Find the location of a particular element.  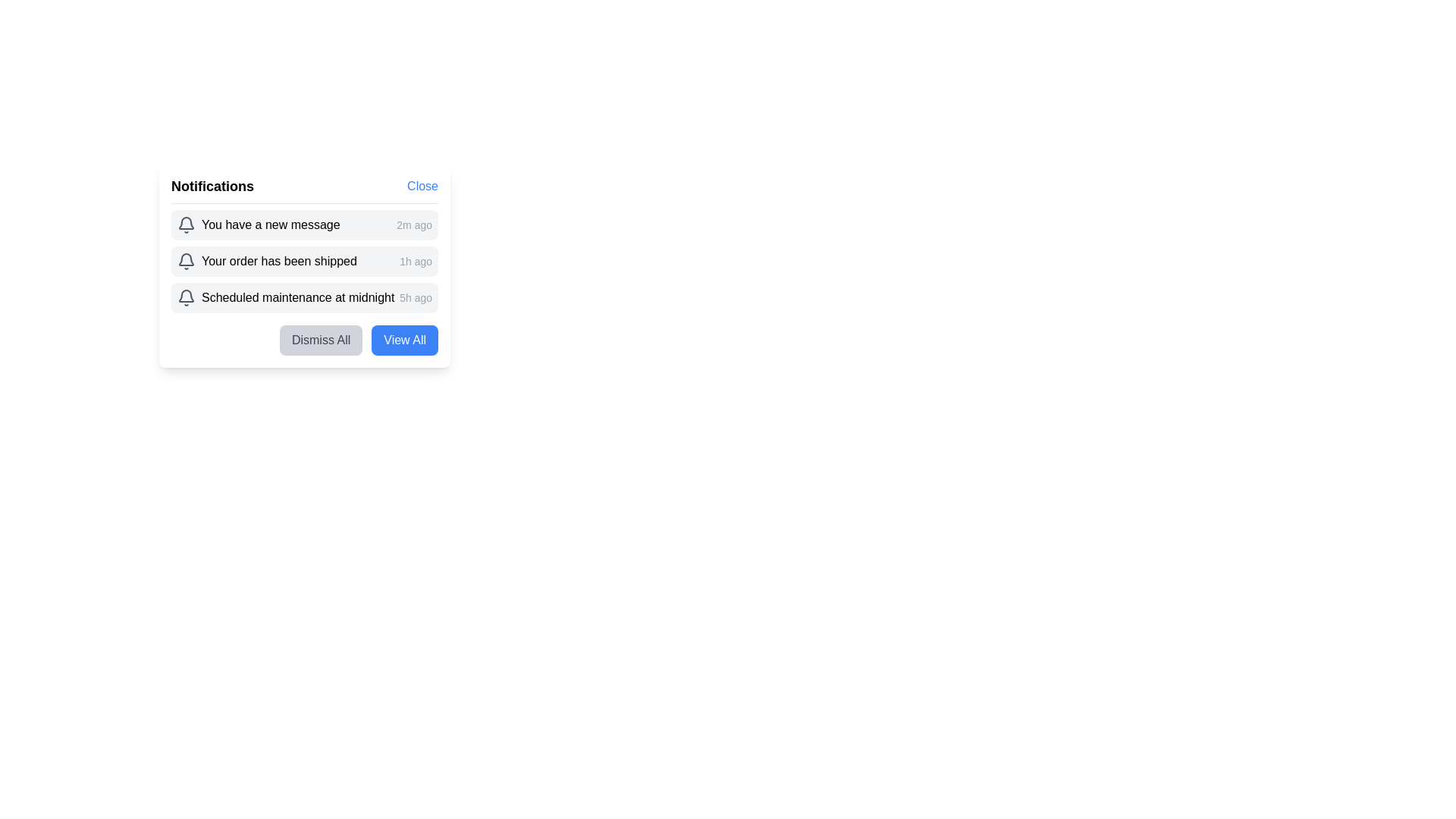

the SVG icon representing the third notification in the notifications panel, which indicates the type of notification associated with the list item is located at coordinates (185, 296).